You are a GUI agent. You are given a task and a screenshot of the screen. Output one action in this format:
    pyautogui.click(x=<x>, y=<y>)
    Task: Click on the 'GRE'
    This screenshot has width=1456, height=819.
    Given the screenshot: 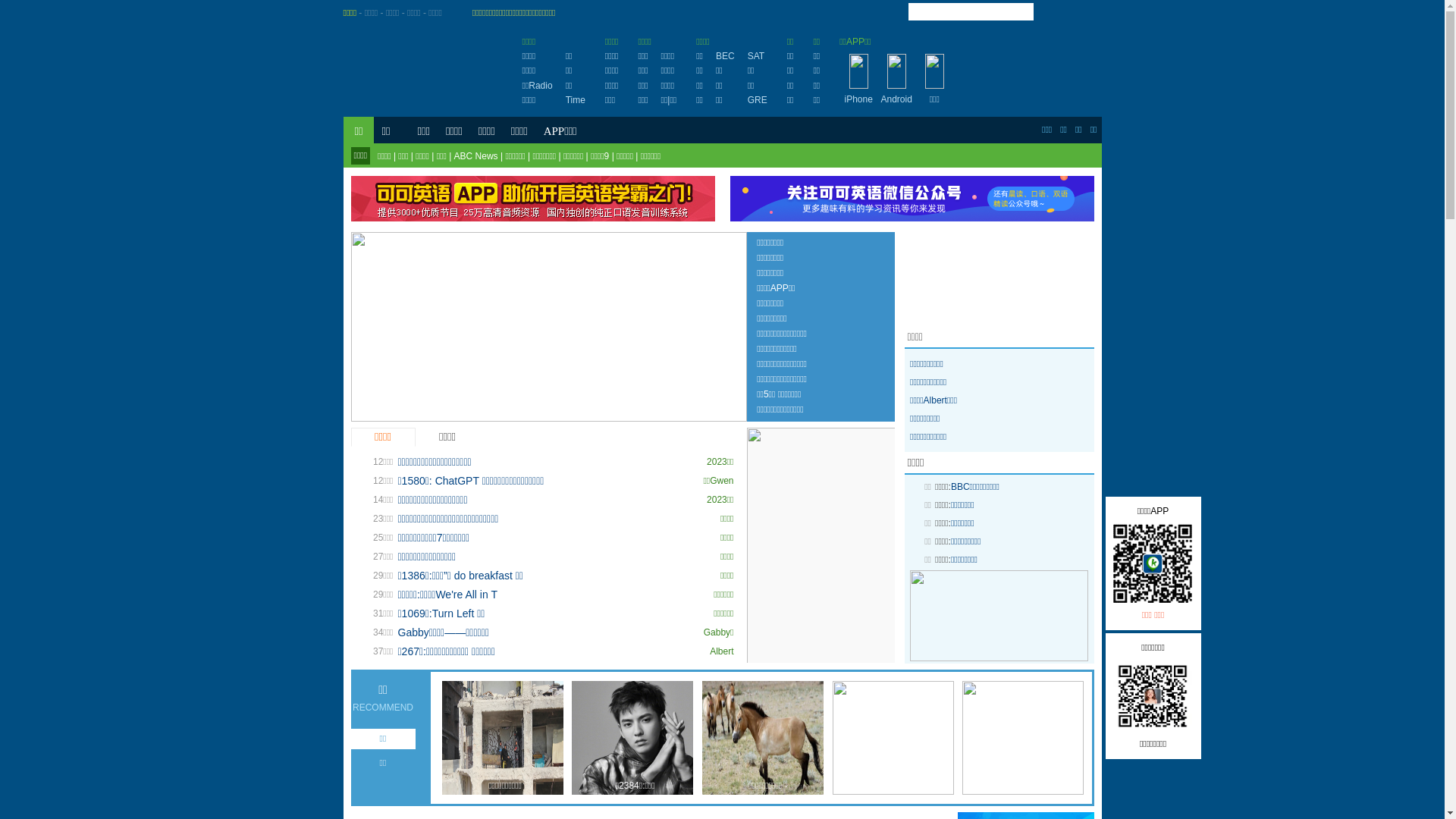 What is the action you would take?
    pyautogui.click(x=747, y=99)
    